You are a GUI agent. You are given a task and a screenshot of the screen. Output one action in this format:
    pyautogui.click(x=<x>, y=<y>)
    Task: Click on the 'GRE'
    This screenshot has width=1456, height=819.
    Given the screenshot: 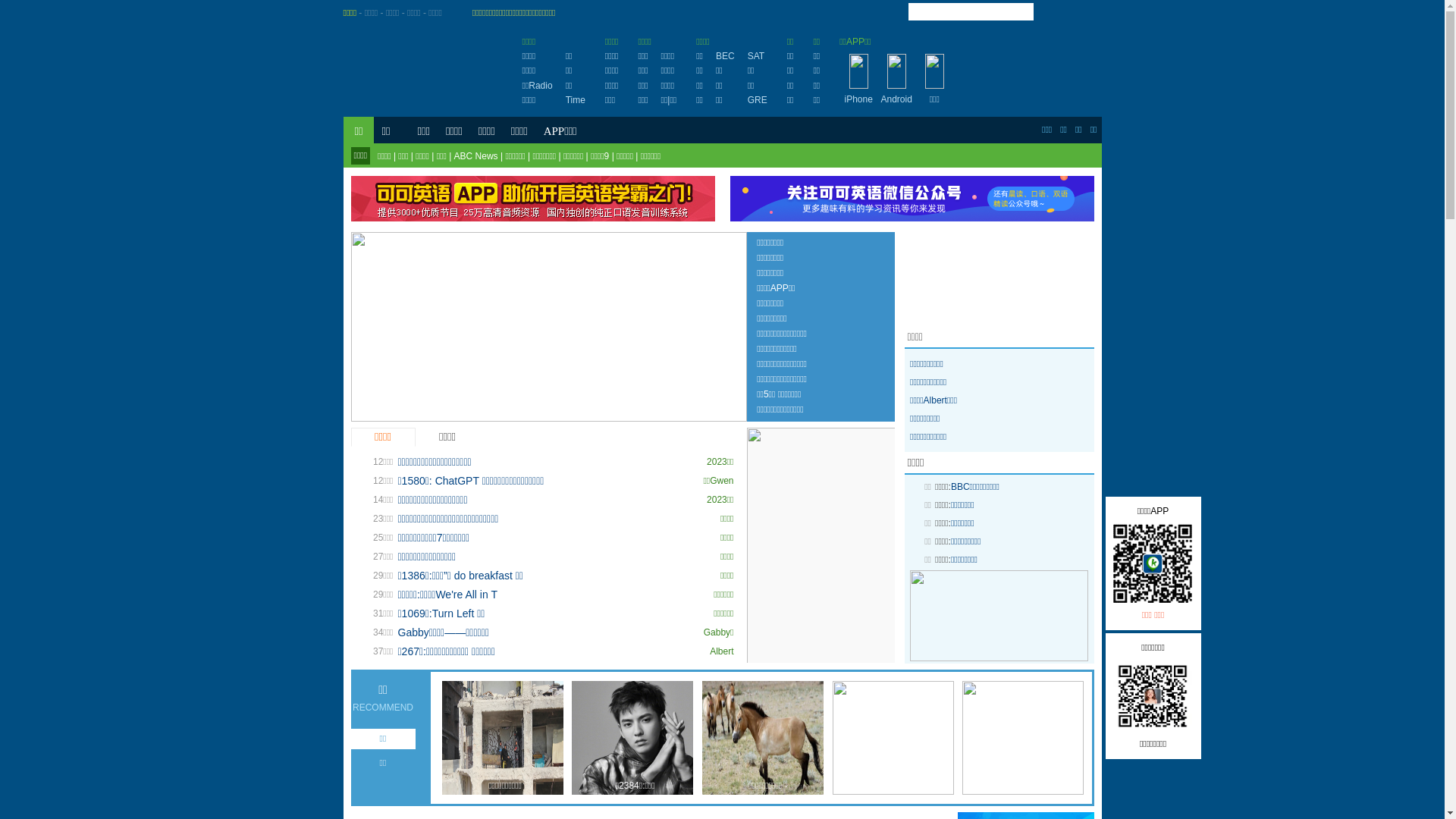 What is the action you would take?
    pyautogui.click(x=747, y=99)
    